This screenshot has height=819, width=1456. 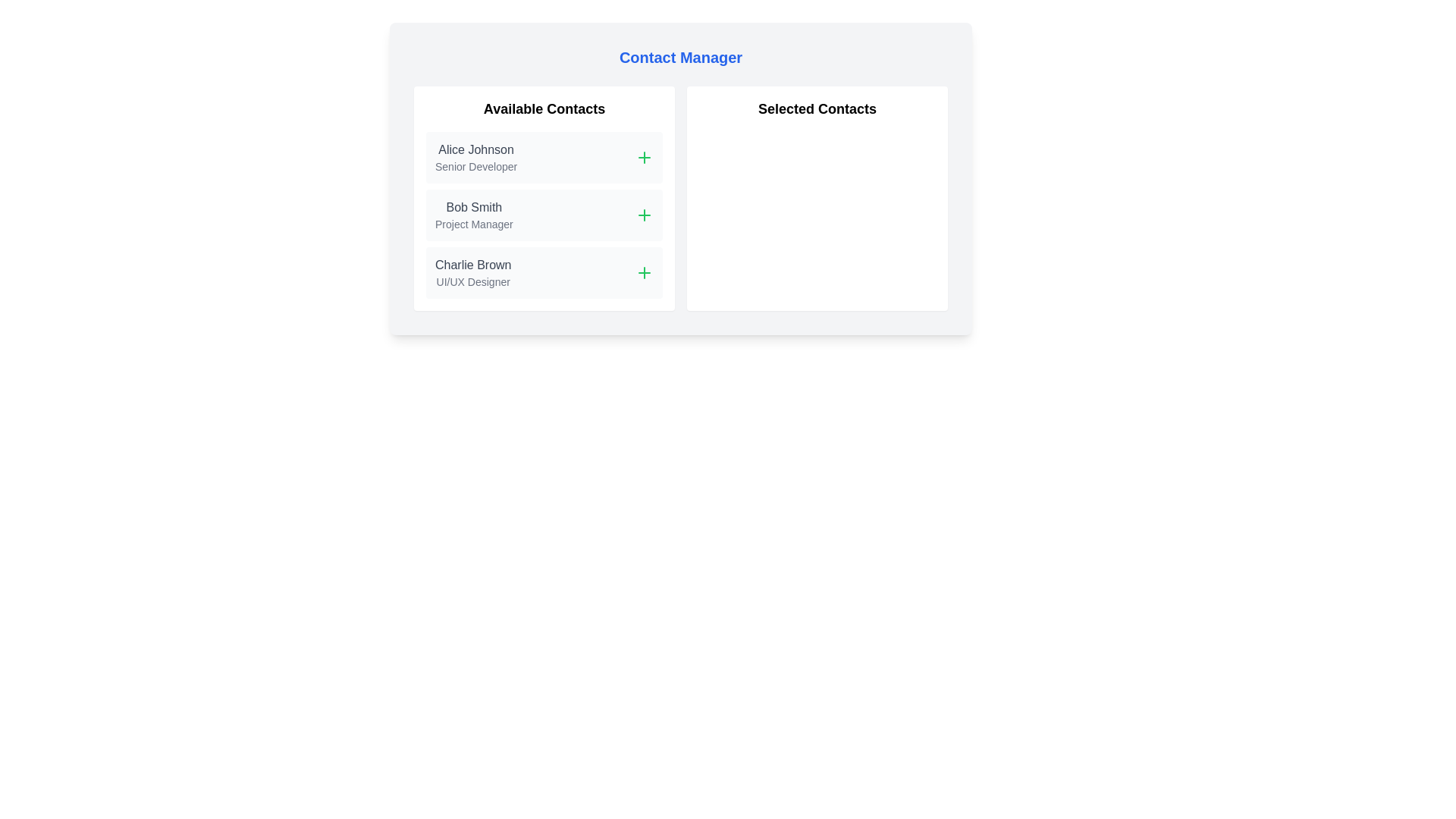 What do you see at coordinates (475, 166) in the screenshot?
I see `the text label that specifies the professional designation 'Senior Developer' of 'Alice Johnson' in the 'Available Contacts' panel` at bounding box center [475, 166].